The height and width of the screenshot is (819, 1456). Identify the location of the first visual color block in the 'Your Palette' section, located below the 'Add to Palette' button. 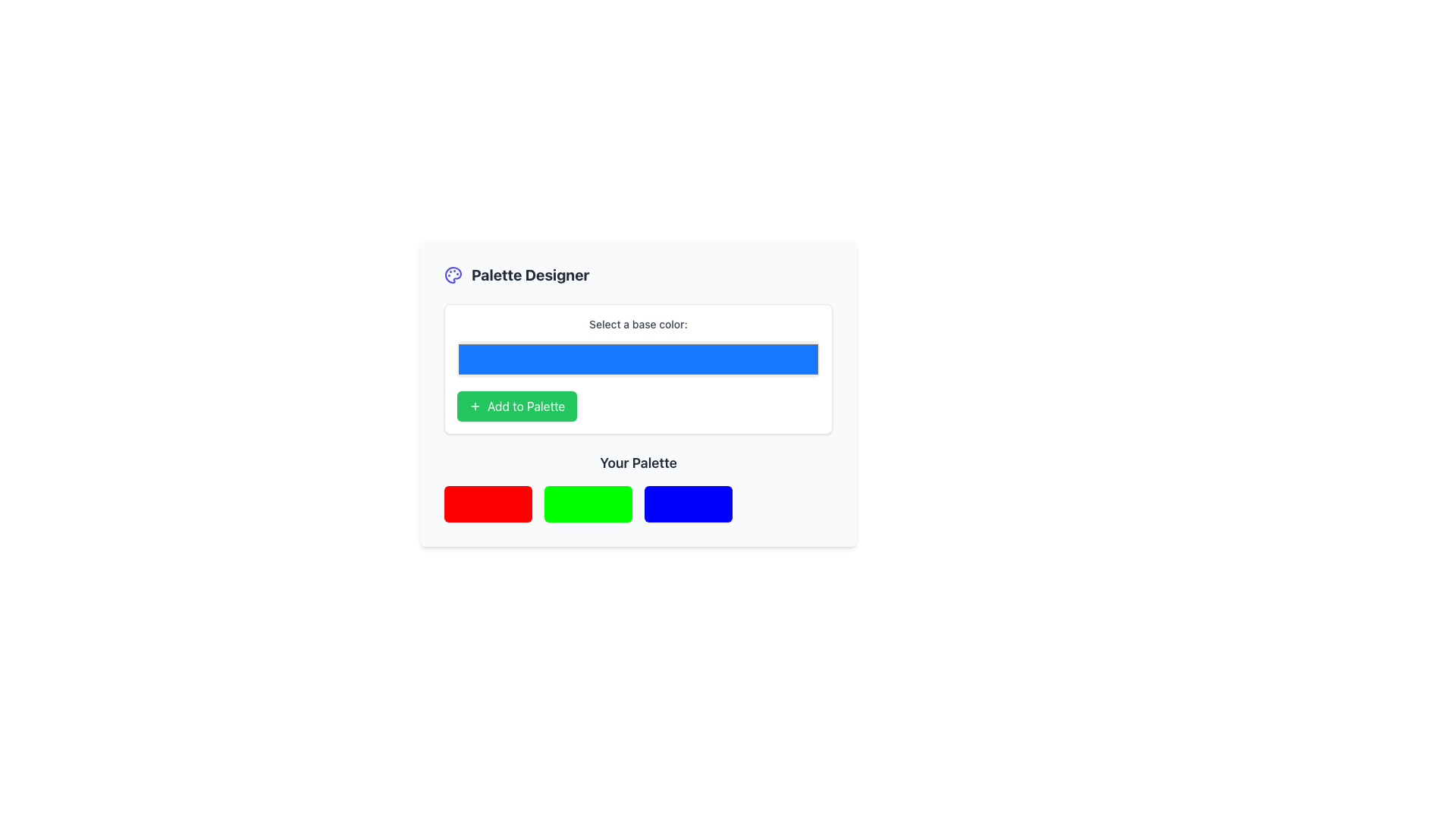
(488, 504).